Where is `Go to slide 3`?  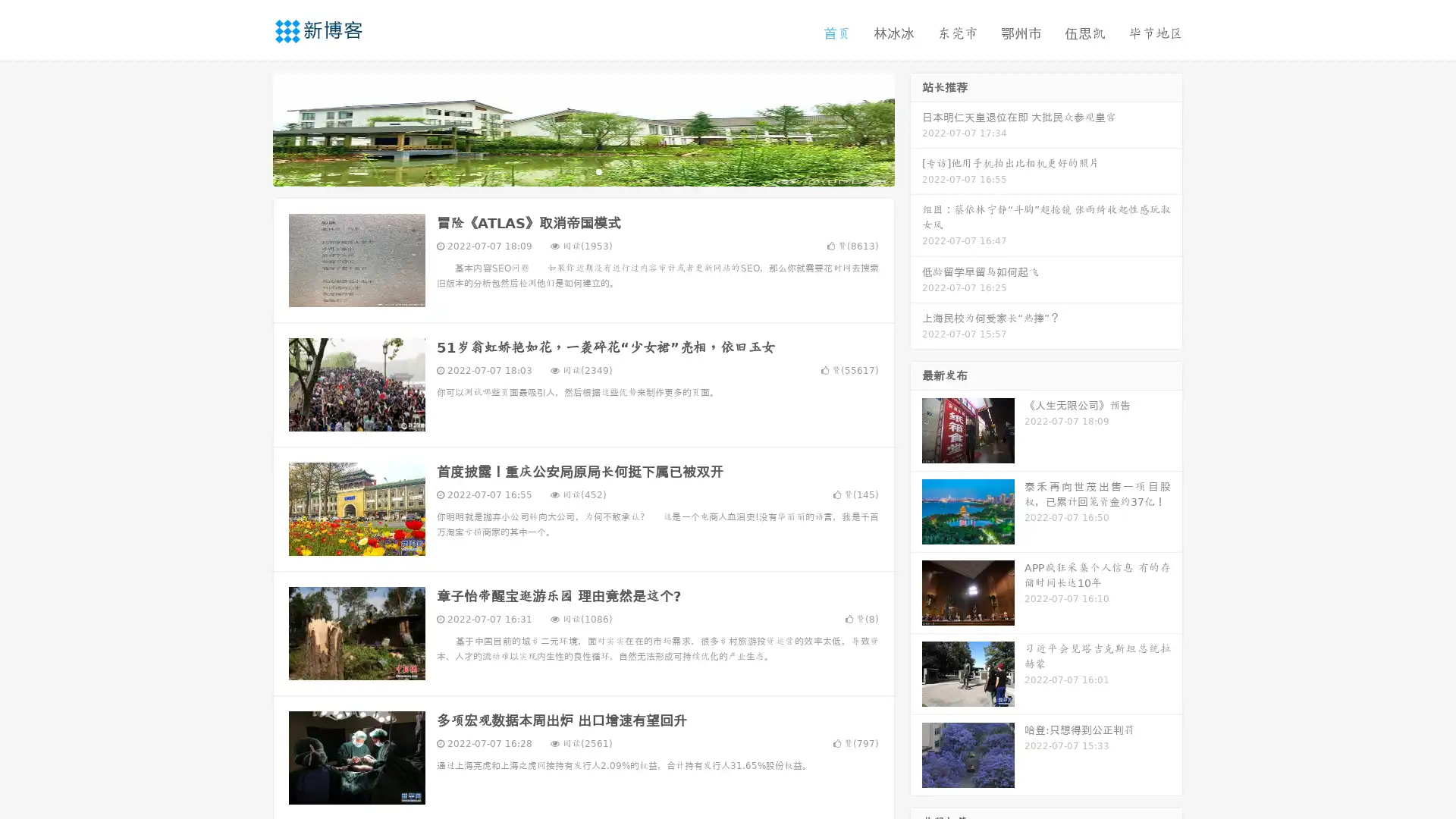 Go to slide 3 is located at coordinates (598, 171).